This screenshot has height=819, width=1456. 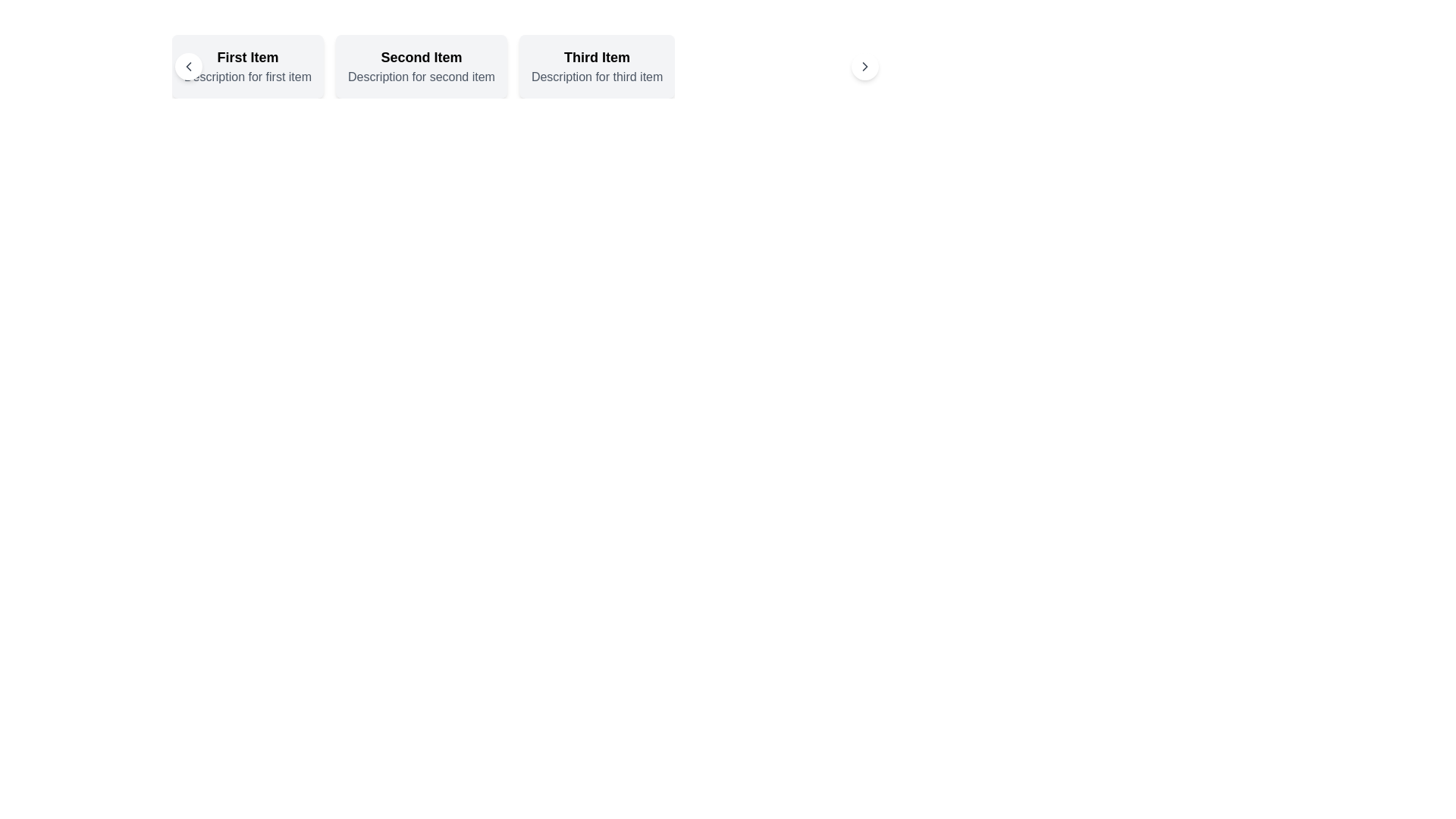 I want to click on the third section of the horizontally aligned panel labeled 'Third Item' with the description 'Description for third item', so click(x=527, y=66).